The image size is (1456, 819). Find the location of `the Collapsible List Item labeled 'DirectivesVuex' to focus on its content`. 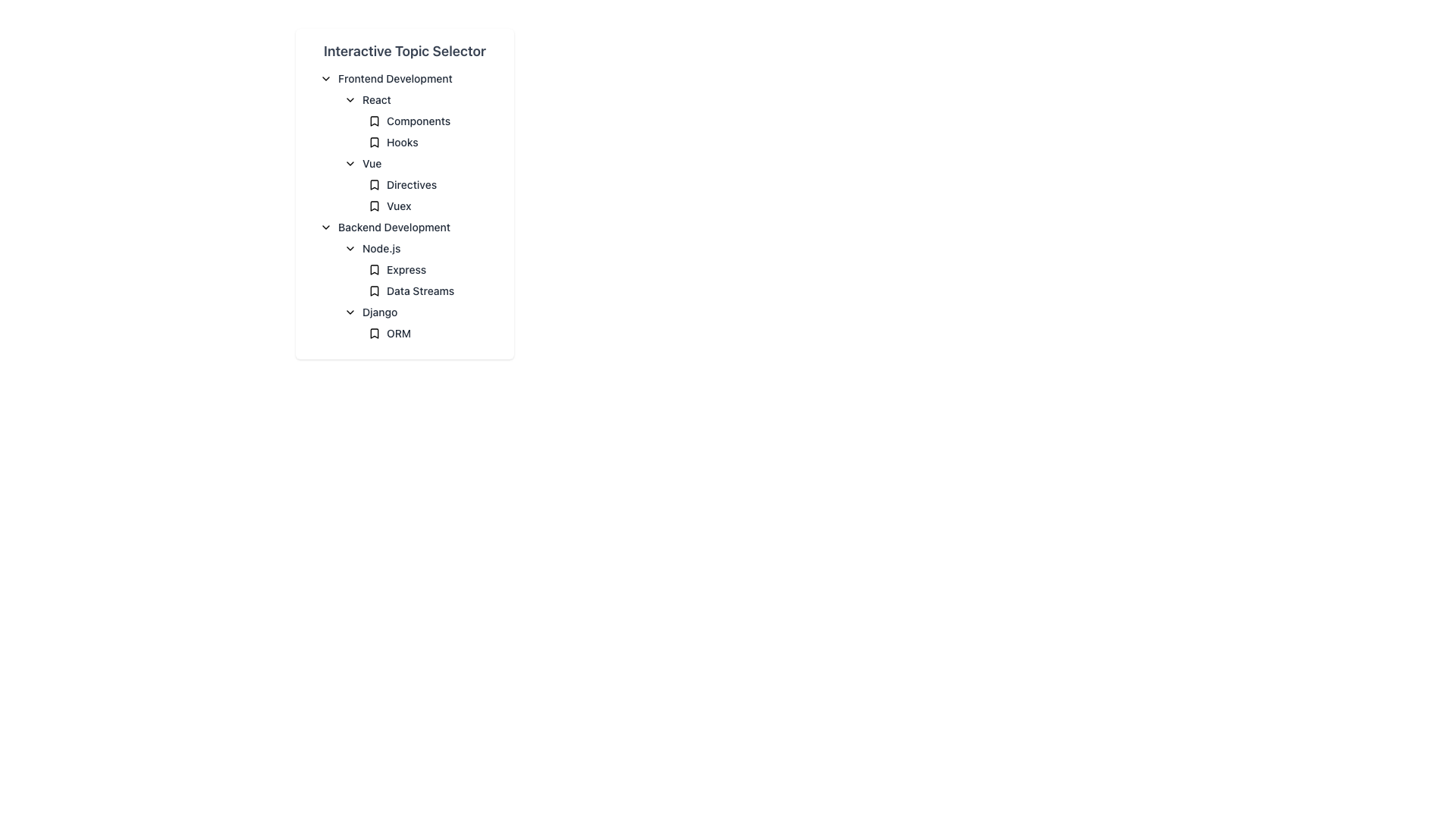

the Collapsible List Item labeled 'DirectivesVuex' to focus on its content is located at coordinates (422, 184).